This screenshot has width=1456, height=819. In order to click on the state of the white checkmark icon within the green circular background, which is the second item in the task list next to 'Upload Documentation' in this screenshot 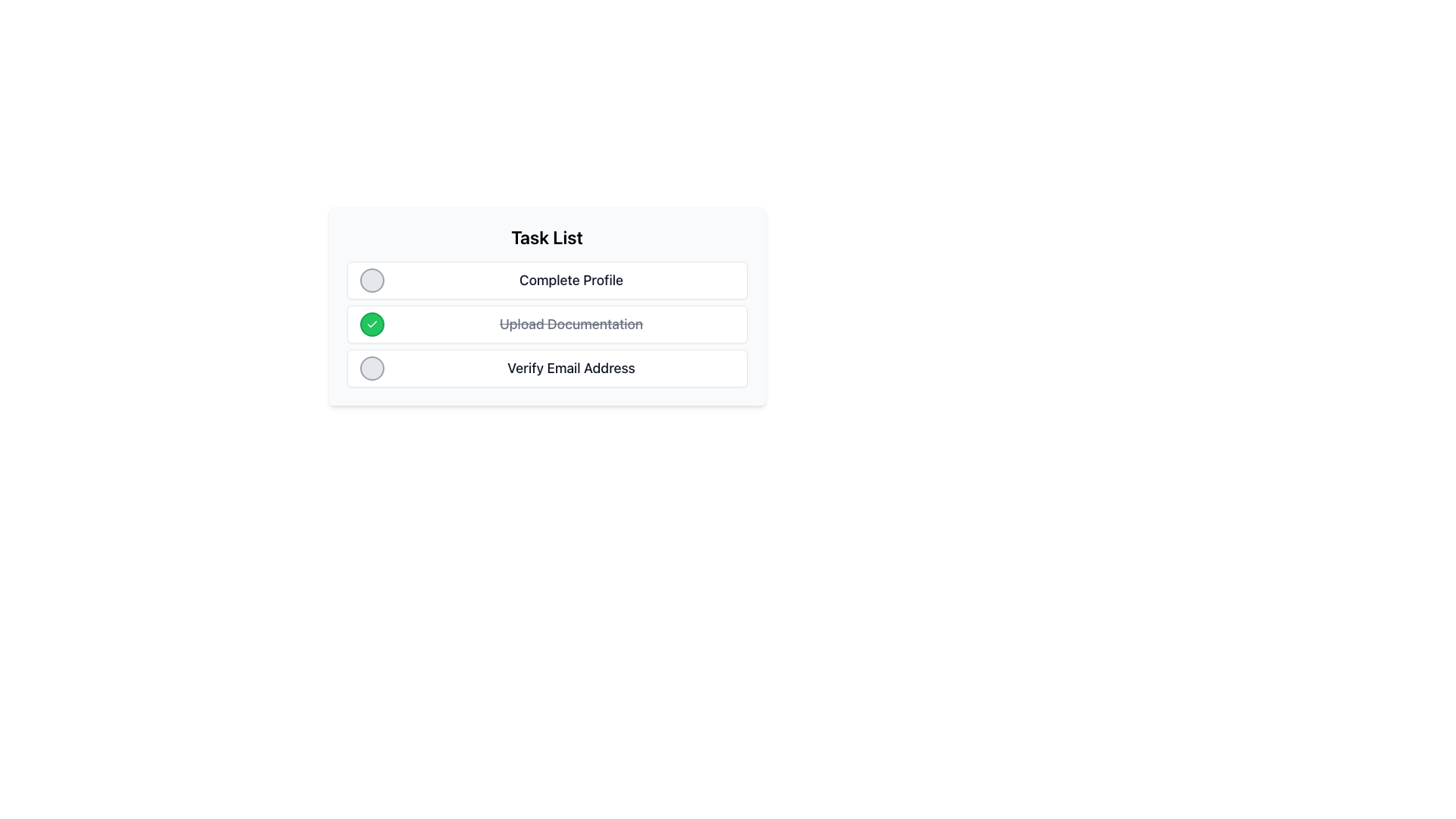, I will do `click(372, 324)`.